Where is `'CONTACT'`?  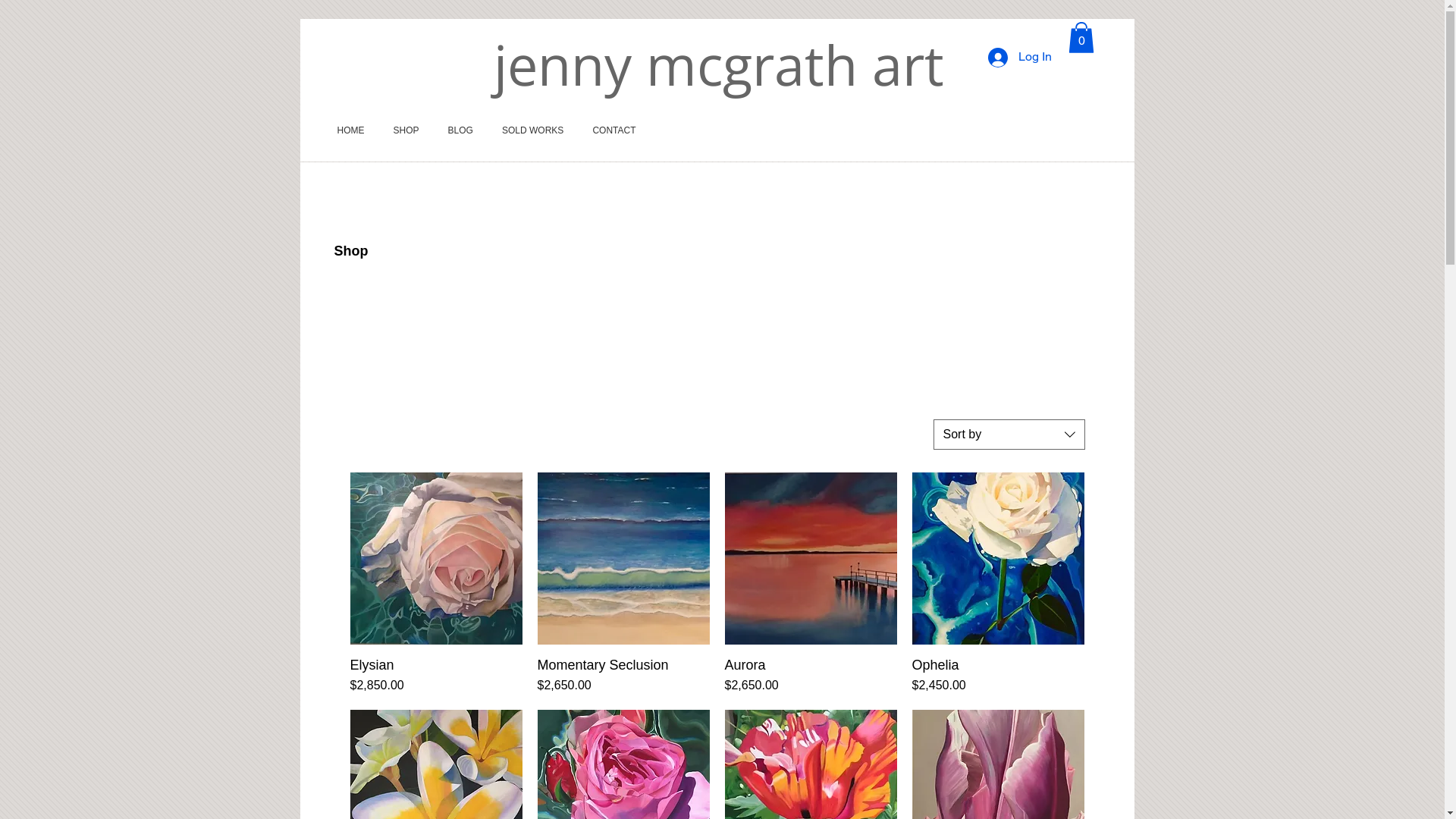 'CONTACT' is located at coordinates (613, 130).